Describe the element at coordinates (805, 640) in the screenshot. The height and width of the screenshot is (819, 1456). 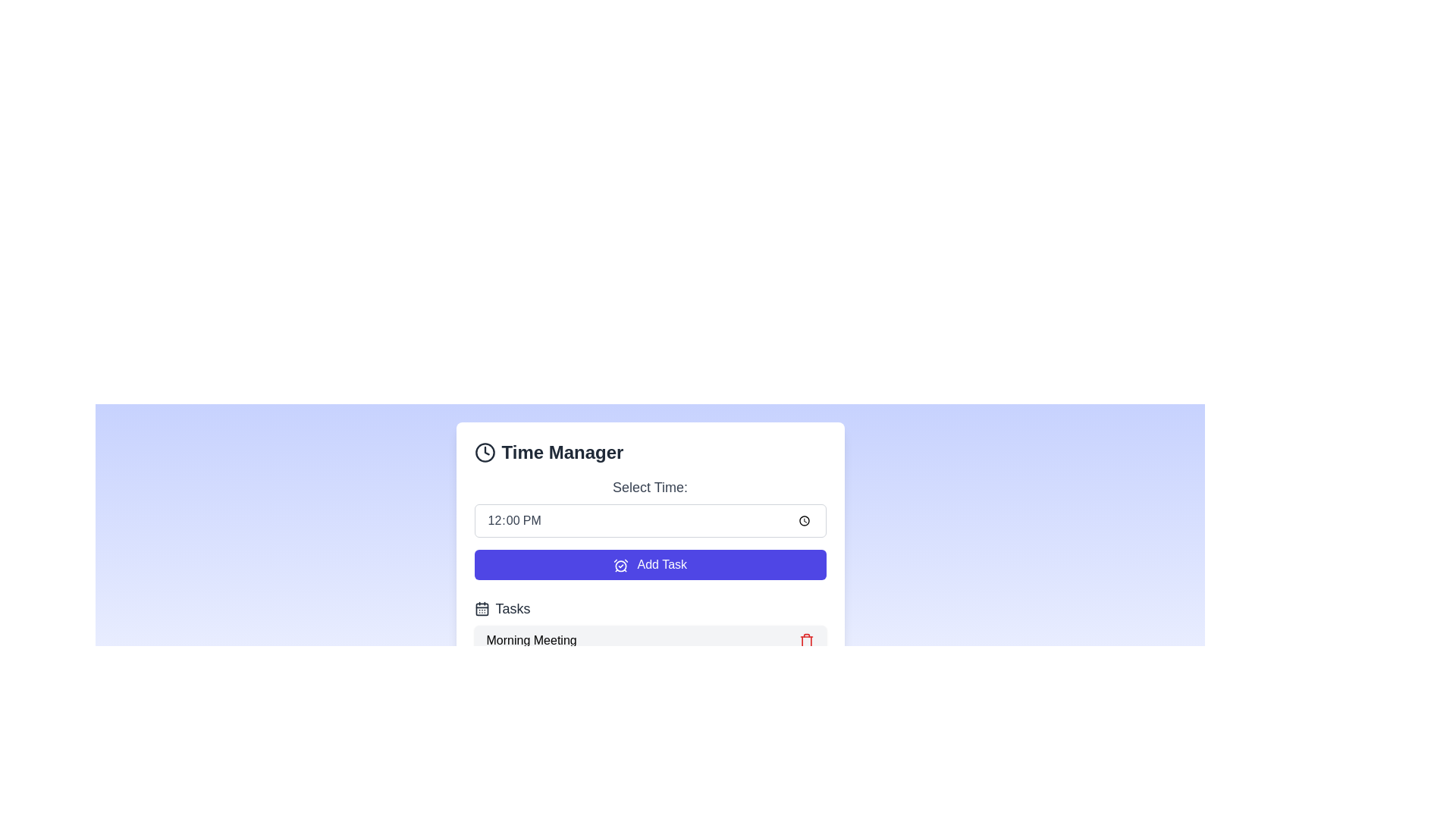
I see `the red trash icon button located to the far right of the 'Morning Meeting' task item to initiate deletion` at that location.